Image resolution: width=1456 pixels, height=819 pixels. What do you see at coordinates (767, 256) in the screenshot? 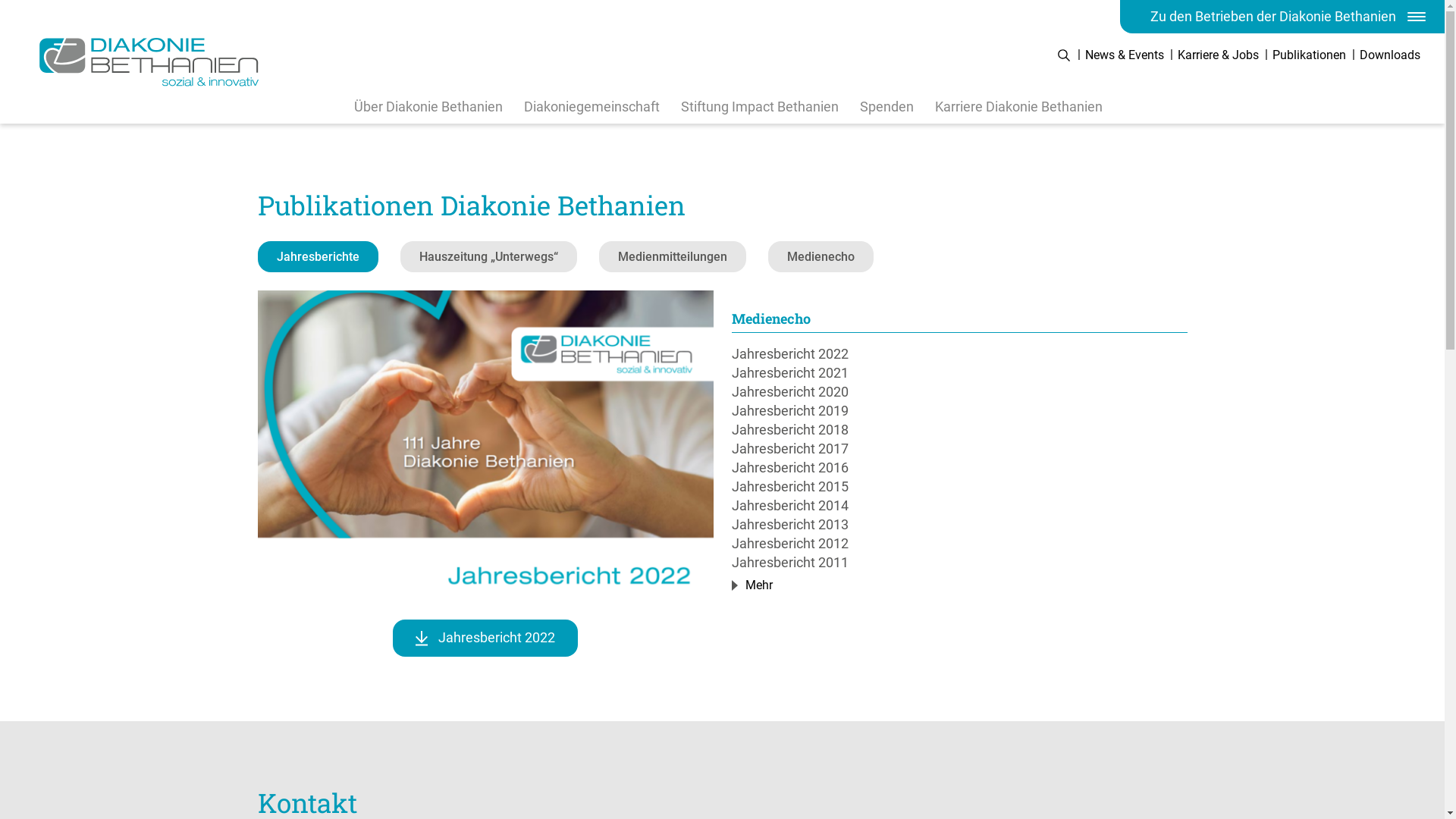
I see `'Medienecho'` at bounding box center [767, 256].